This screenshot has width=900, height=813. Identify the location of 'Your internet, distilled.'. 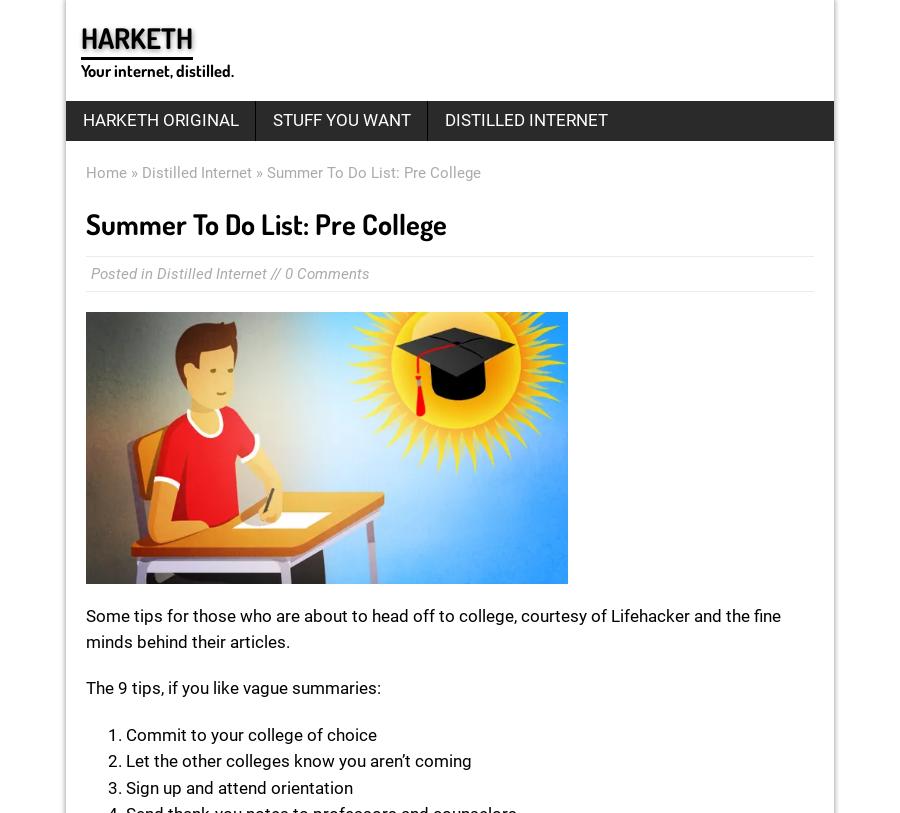
(80, 68).